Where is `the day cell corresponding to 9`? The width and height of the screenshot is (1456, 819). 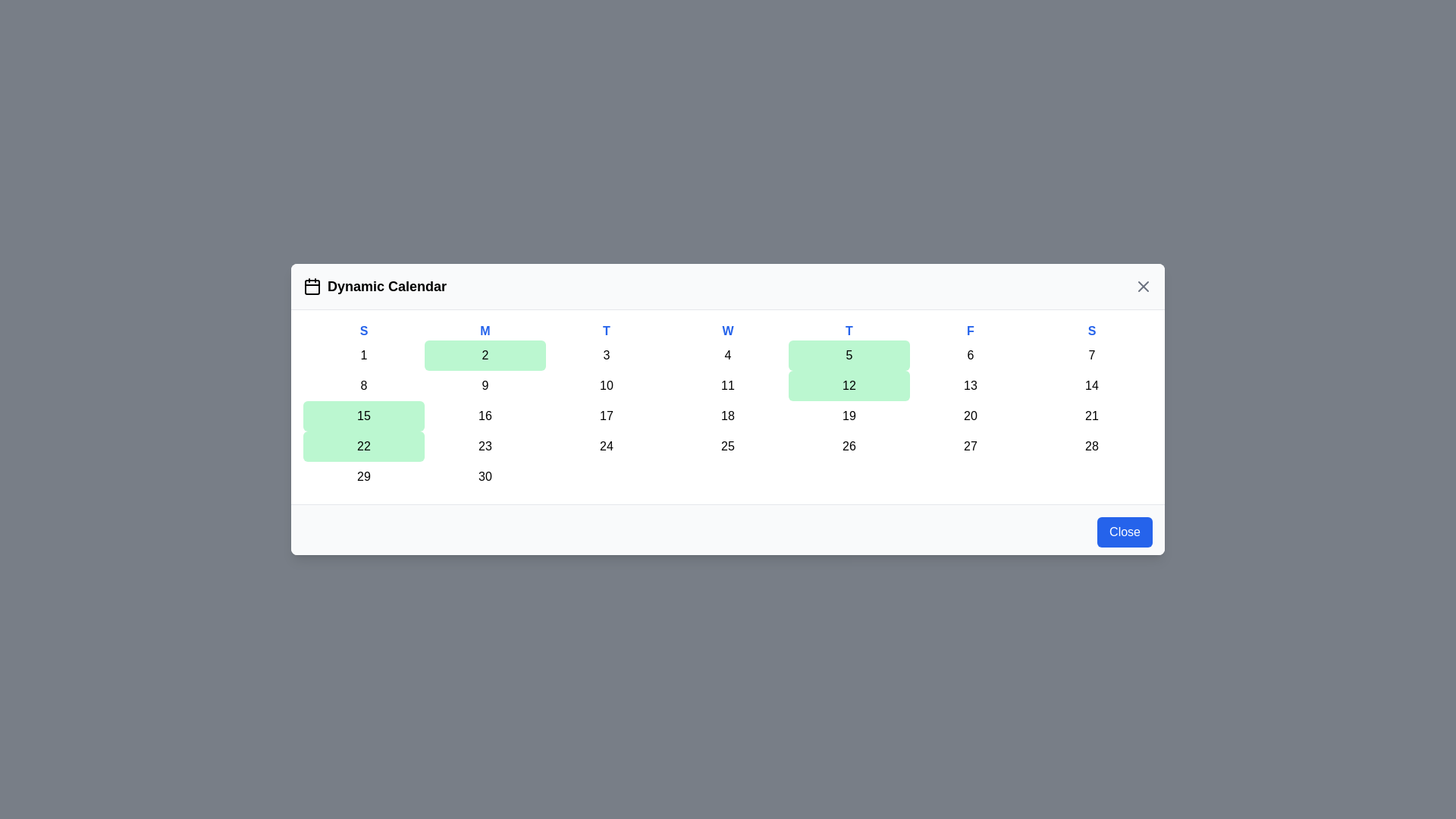 the day cell corresponding to 9 is located at coordinates (484, 385).